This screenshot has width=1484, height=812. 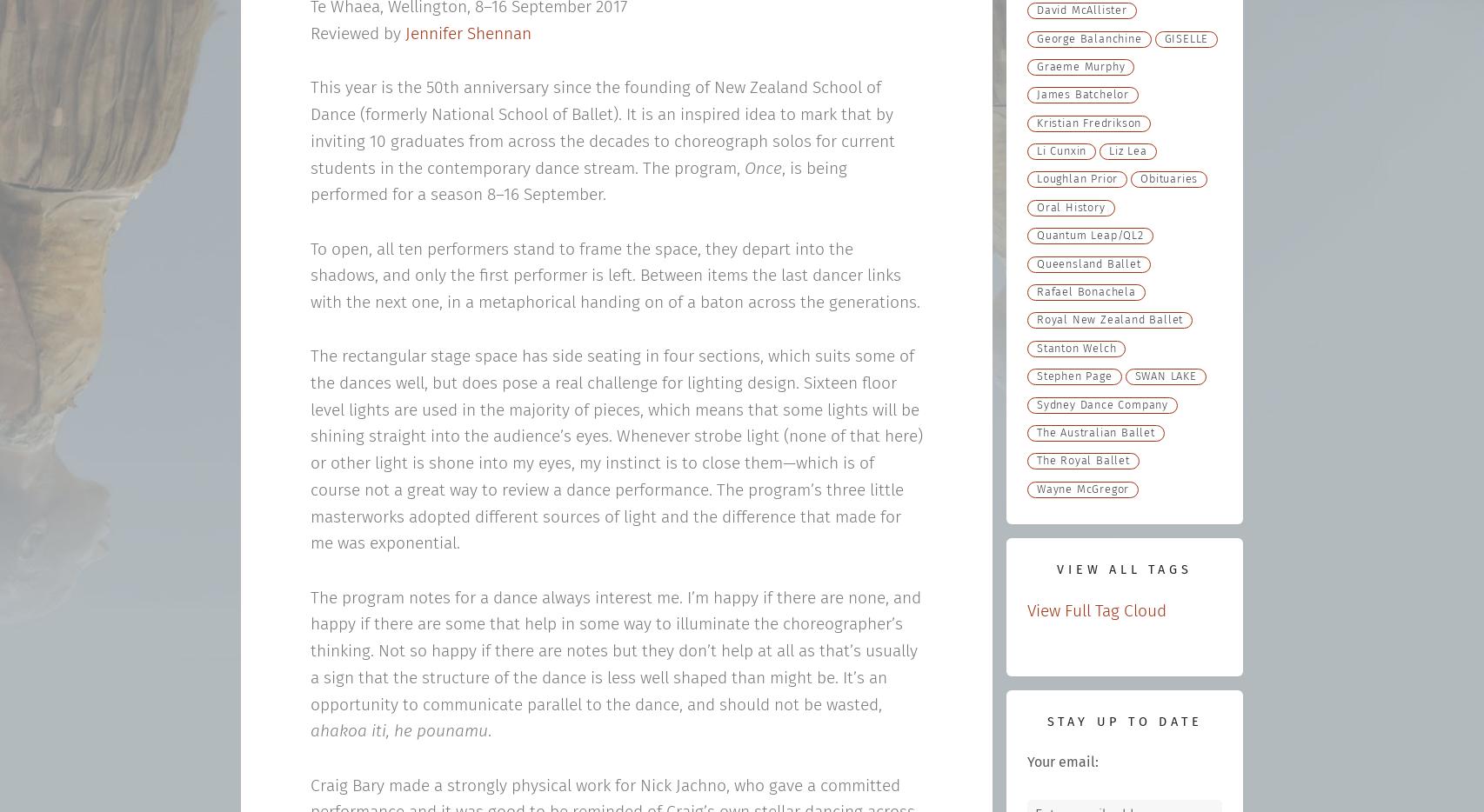 I want to click on ', is being performed for a season 8–16 September.', so click(x=578, y=181).